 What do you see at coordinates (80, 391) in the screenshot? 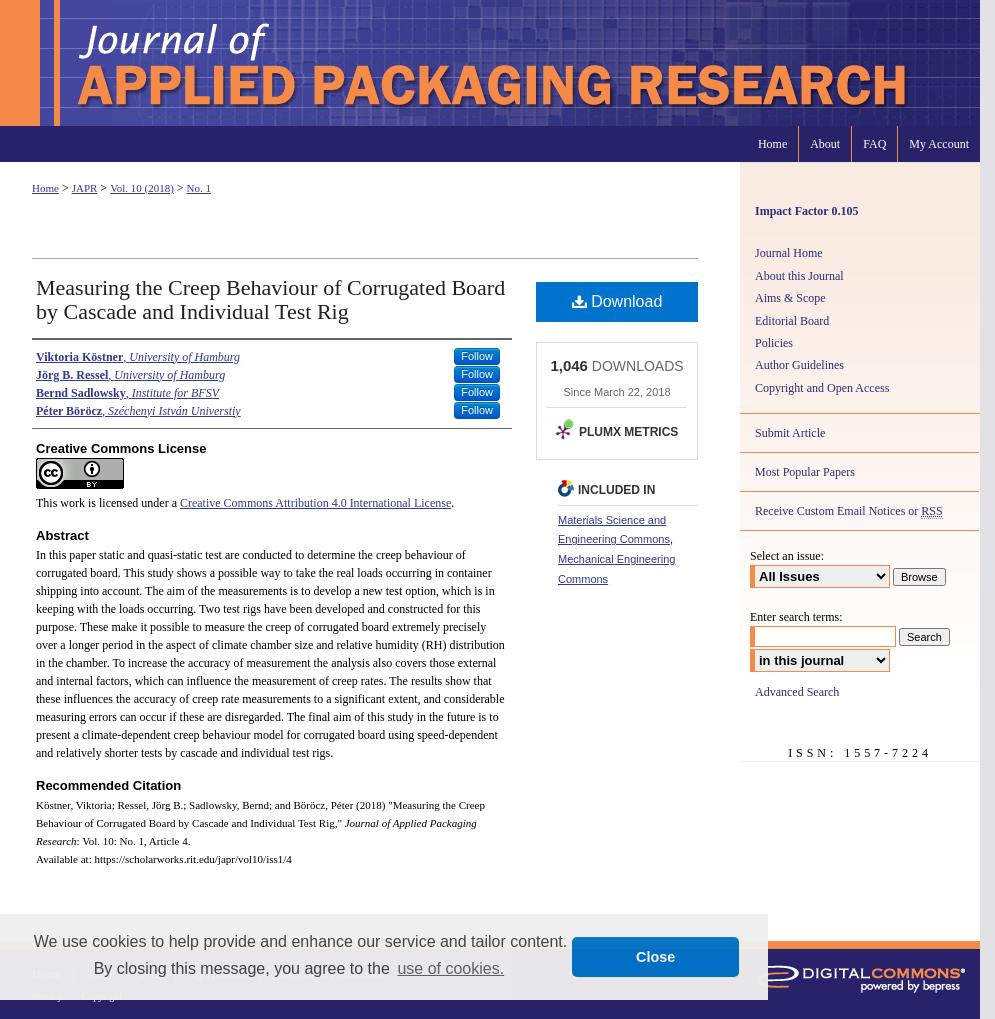
I see `'Bernd Sadlowsky'` at bounding box center [80, 391].